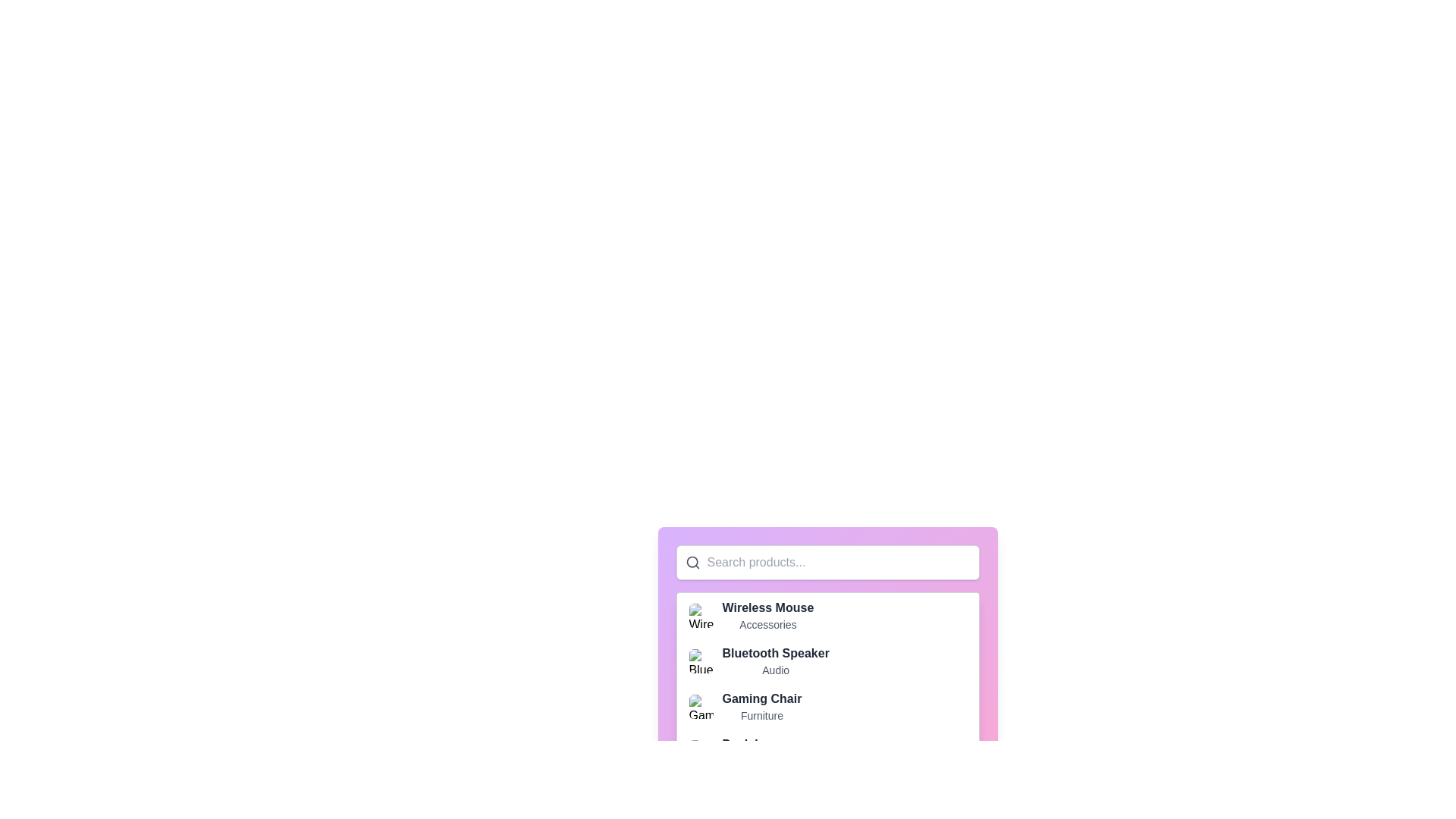 The image size is (1456, 819). I want to click on the static text label indicating 'Accessories' below the bold title 'Wireless Mouse', which is part of a product list near the top left of the layout, so click(767, 625).